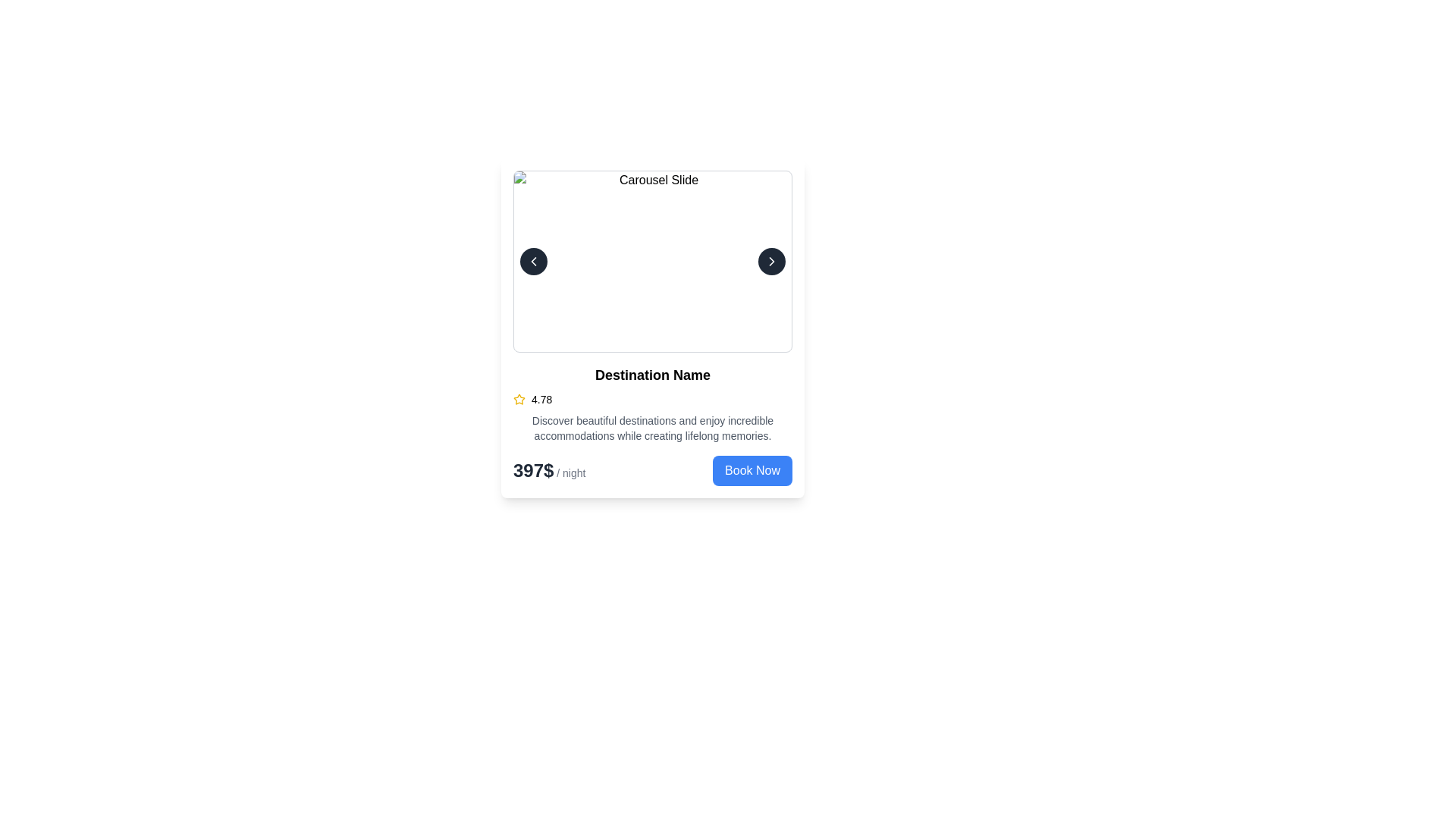 Image resolution: width=1456 pixels, height=819 pixels. What do you see at coordinates (569, 472) in the screenshot?
I see `the text label displaying '/ night', which is a light gray color and located to the right of the price '397$'` at bounding box center [569, 472].